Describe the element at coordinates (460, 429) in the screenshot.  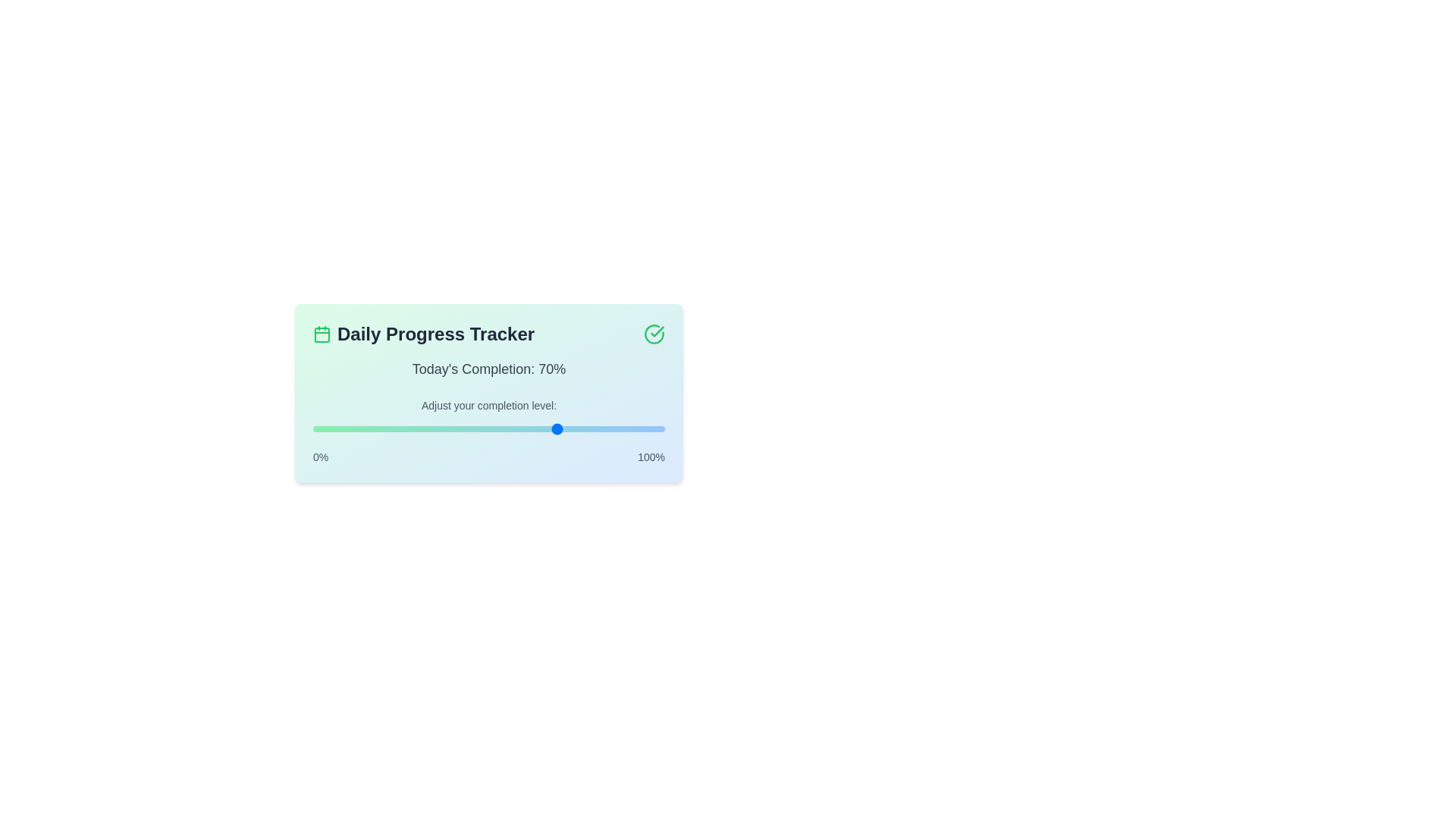
I see `the progress level to 42%` at that location.